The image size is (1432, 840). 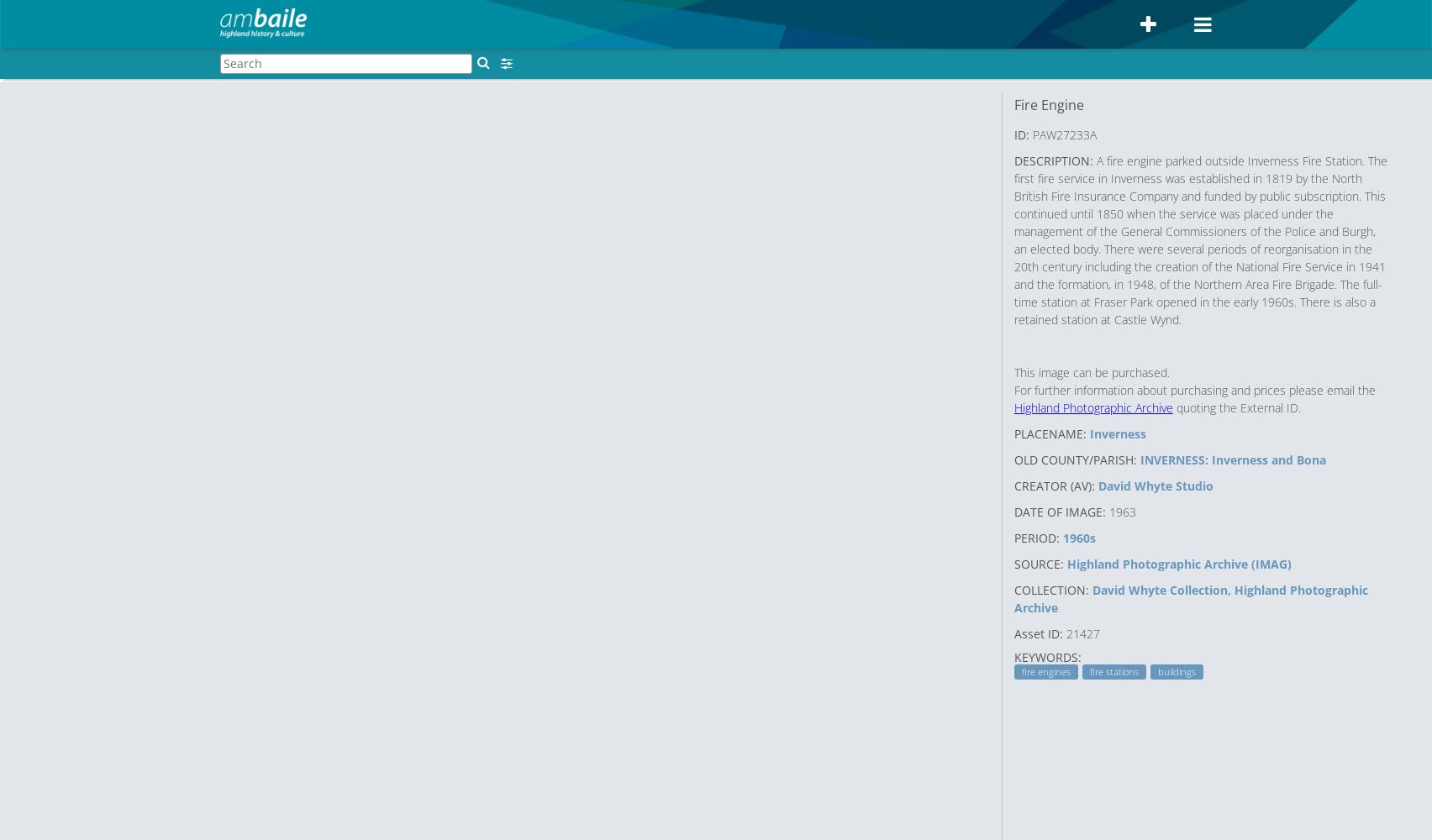 What do you see at coordinates (1201, 274) in the screenshot?
I see `'A fire engine parked outside Inverness Fire Station. The first fire service in Inverness was established in 1819 by the North British Fire Insurance Company and funded by public subscription. This continued until 1850 when the service was placed under the management of the General Commissioners of the Police and Burgh, an elected body. There were several periods of reorganisation in the 20th century including the creation of the National Fire Service in 1941 and the formation, in 1948, of the Northern Area Fire Brigade. The full-time station at Fraser Park opened in the early 1960s. There is also a retained station at Castle Wynd. 


This image can be purchased.
For further information about purchasing and prices please email the'` at bounding box center [1201, 274].